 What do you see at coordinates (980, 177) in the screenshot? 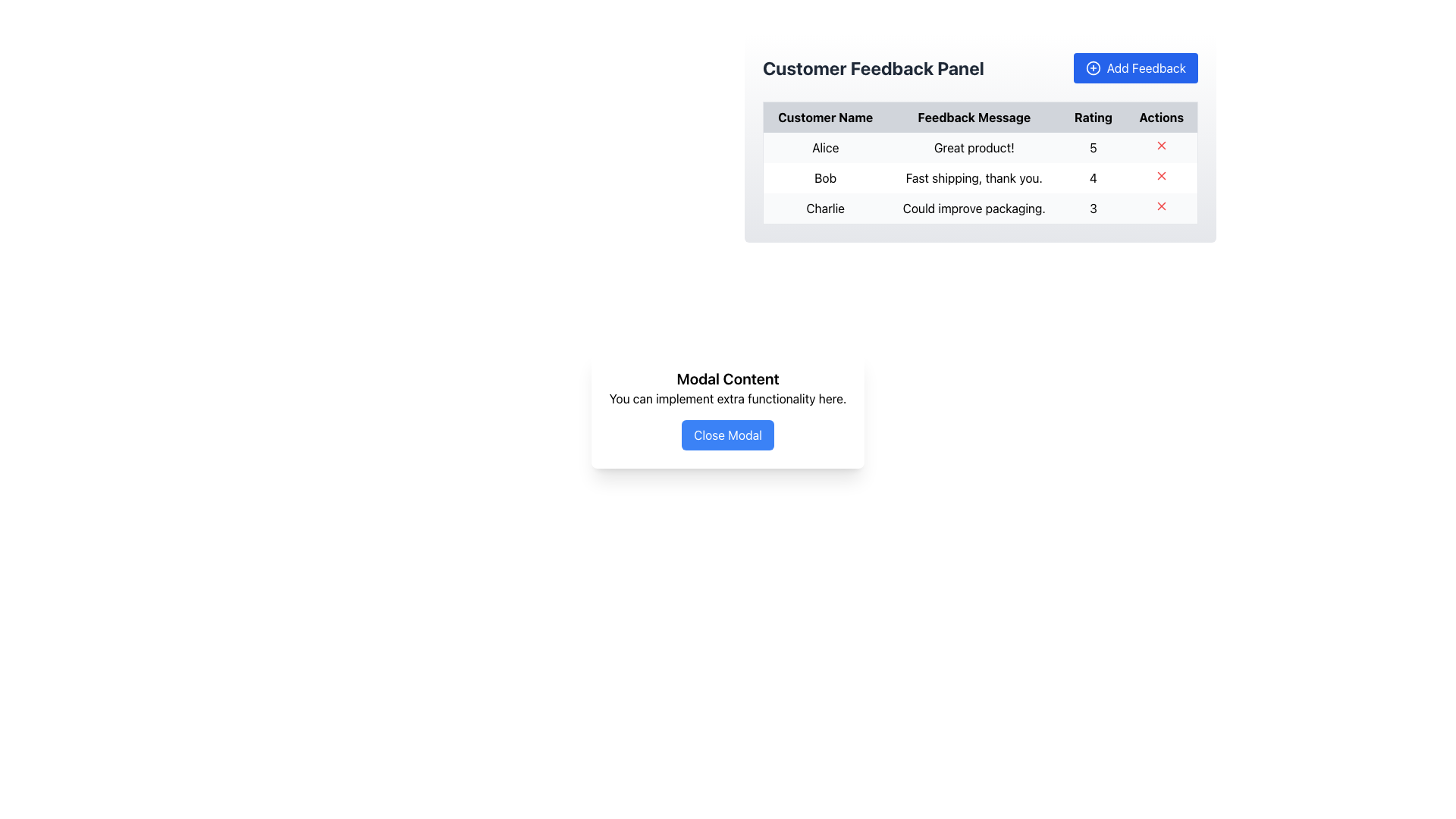
I see `the second row of the feedback table in the Customer Feedback Panel, which displays the customer's name 'Bob' and the feedback text 'Fast shipping, thank you.'` at bounding box center [980, 177].